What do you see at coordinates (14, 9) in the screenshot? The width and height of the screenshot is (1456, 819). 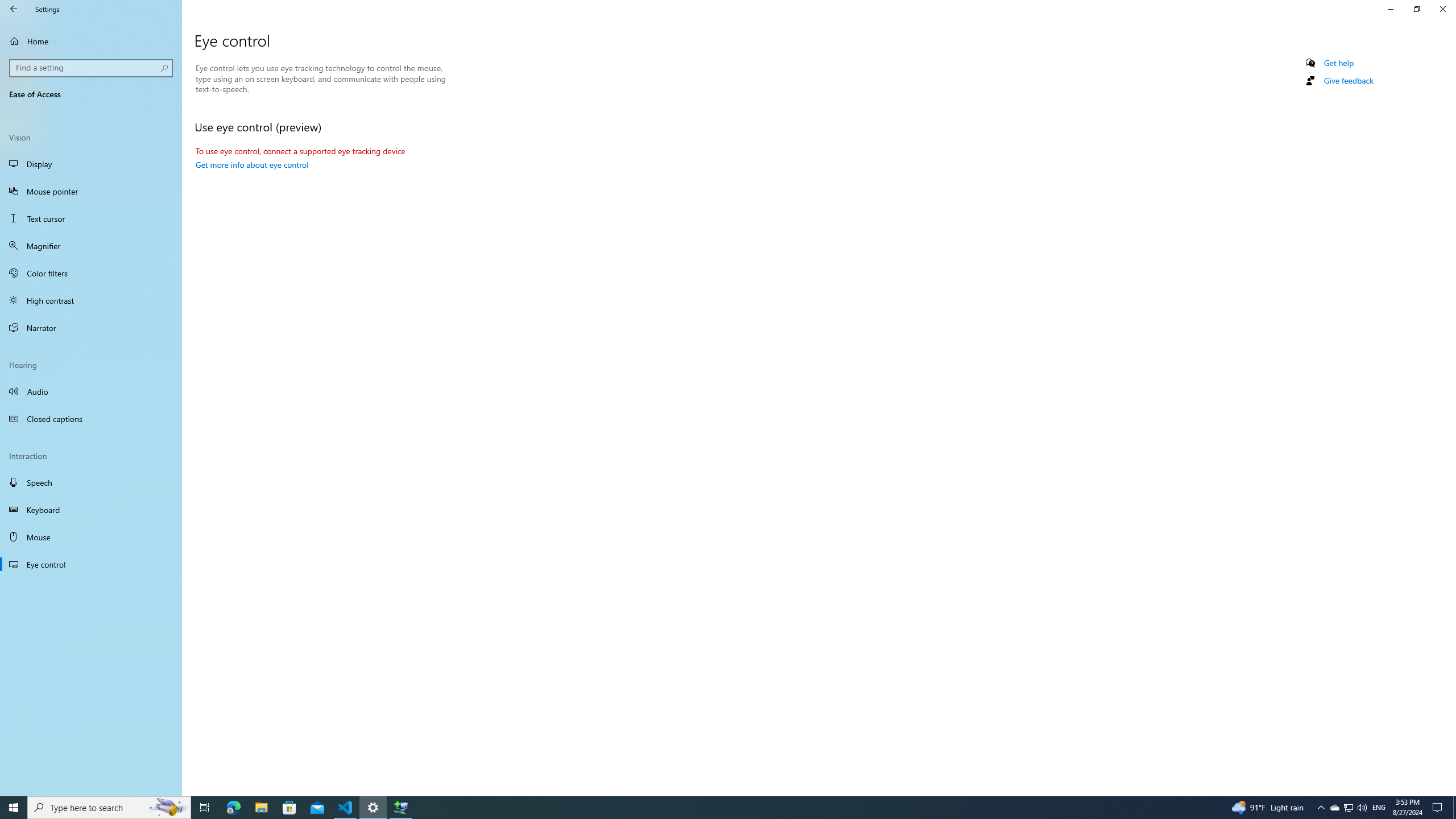 I see `'Back'` at bounding box center [14, 9].